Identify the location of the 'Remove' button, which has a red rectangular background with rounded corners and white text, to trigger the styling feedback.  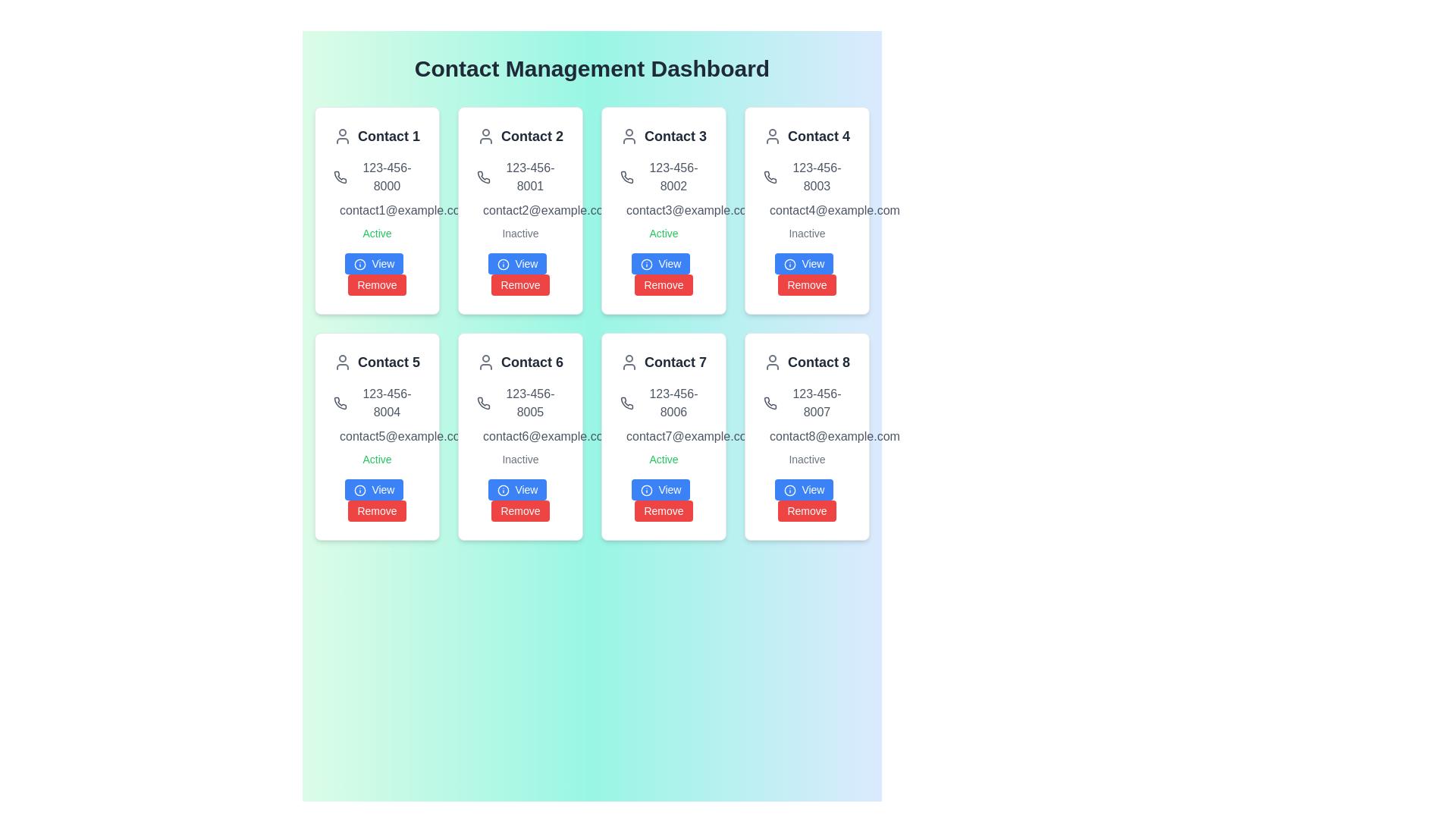
(806, 511).